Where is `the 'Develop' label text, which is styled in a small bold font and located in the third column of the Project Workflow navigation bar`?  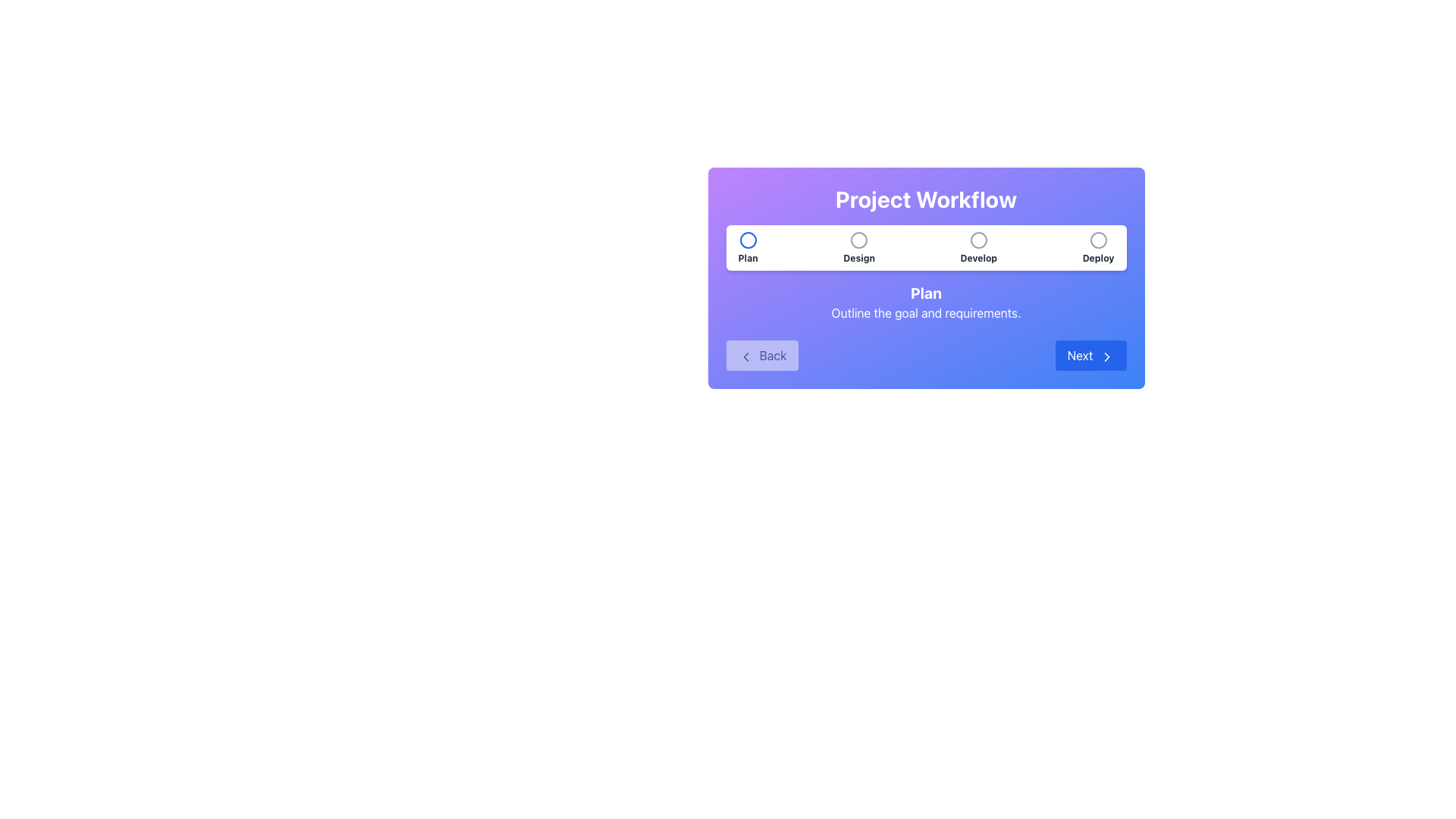
the 'Develop' label text, which is styled in a small bold font and located in the third column of the Project Workflow navigation bar is located at coordinates (978, 257).